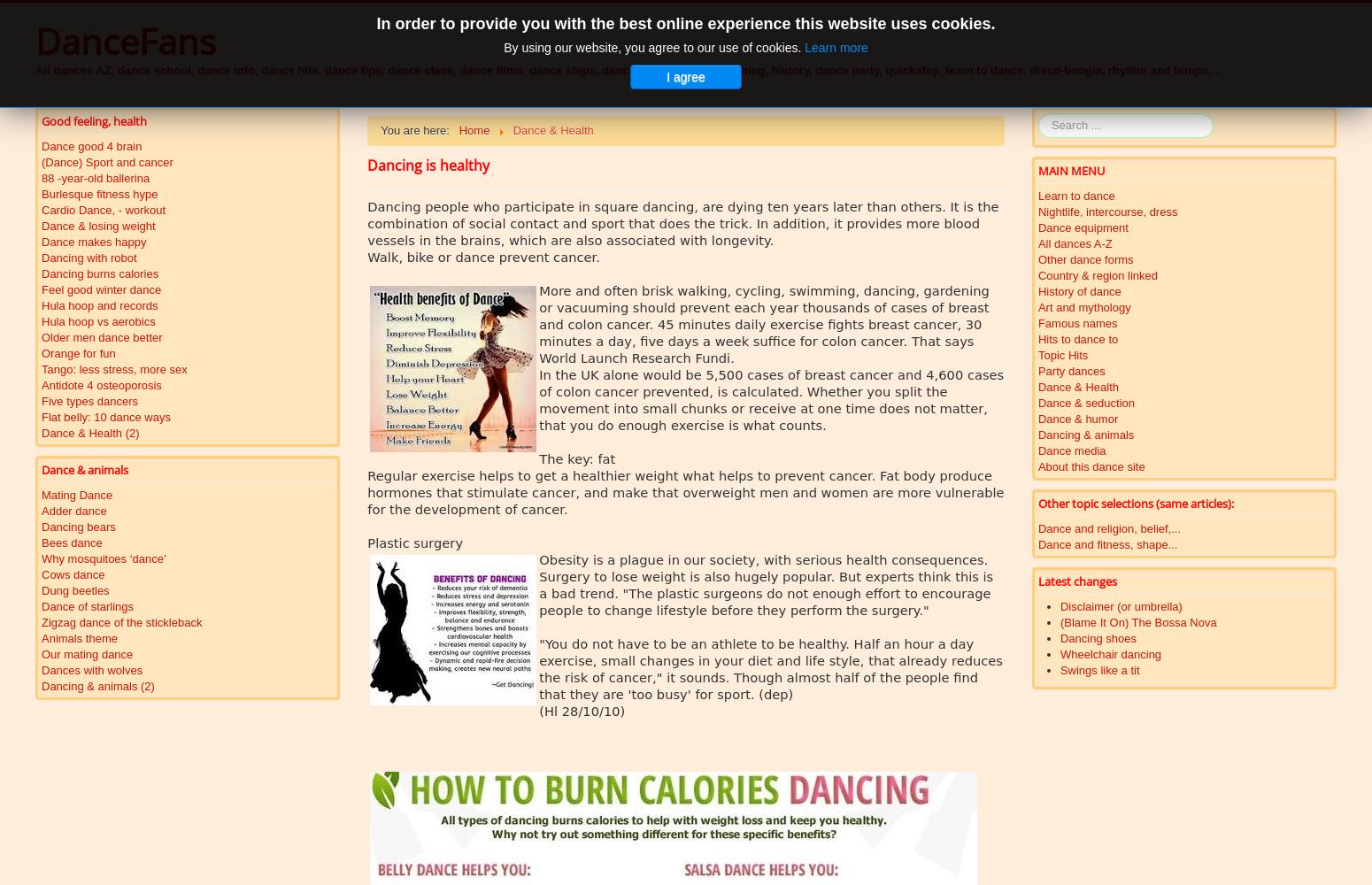 The height and width of the screenshot is (885, 1372). I want to click on 'Dance of starlings', so click(88, 606).